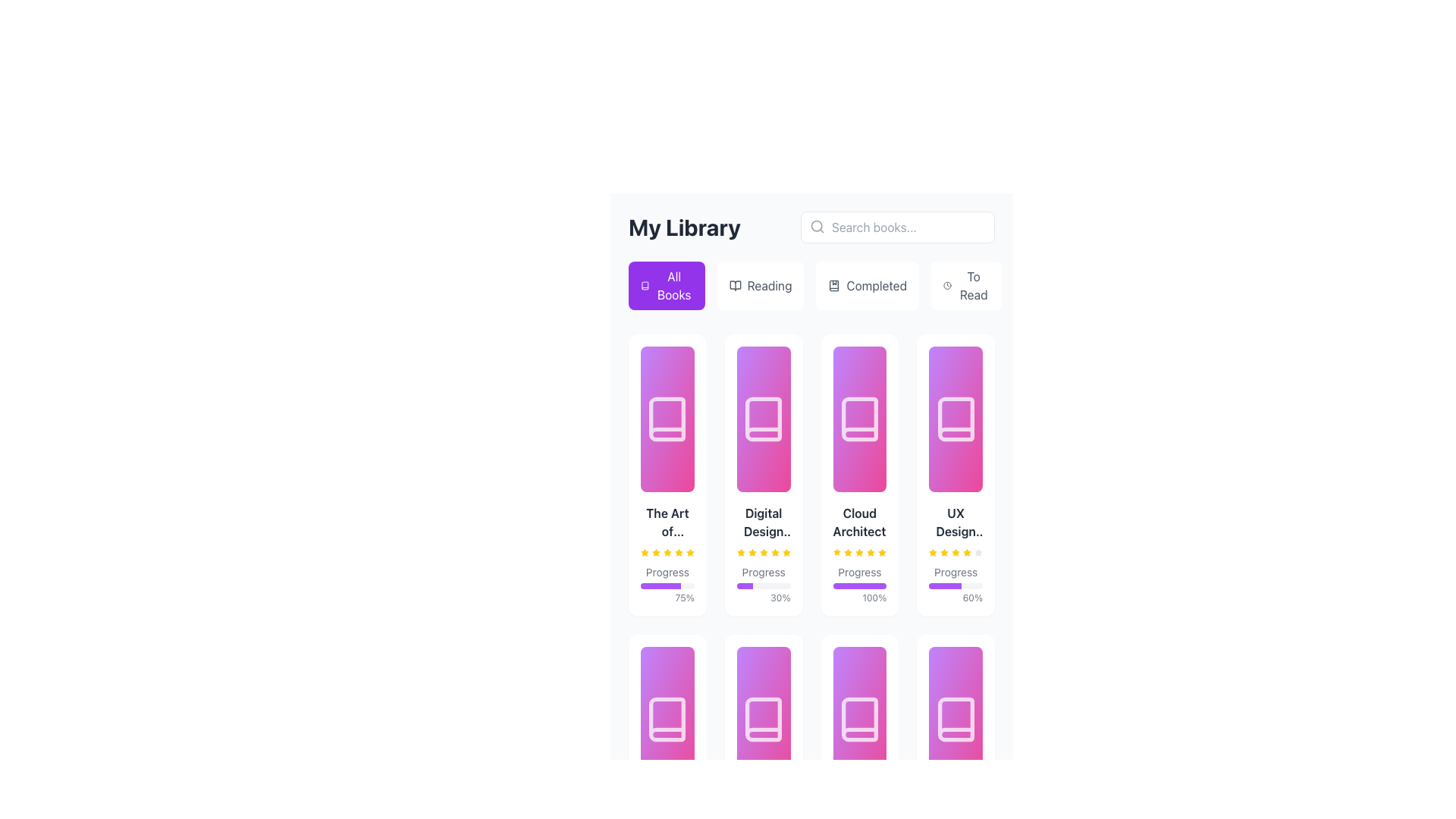 This screenshot has height=819, width=1456. What do you see at coordinates (859, 598) in the screenshot?
I see `the small text label displaying '100%' in a gray font, located at the bottom-right corner of the 'Cloud Architect' card's progress section` at bounding box center [859, 598].